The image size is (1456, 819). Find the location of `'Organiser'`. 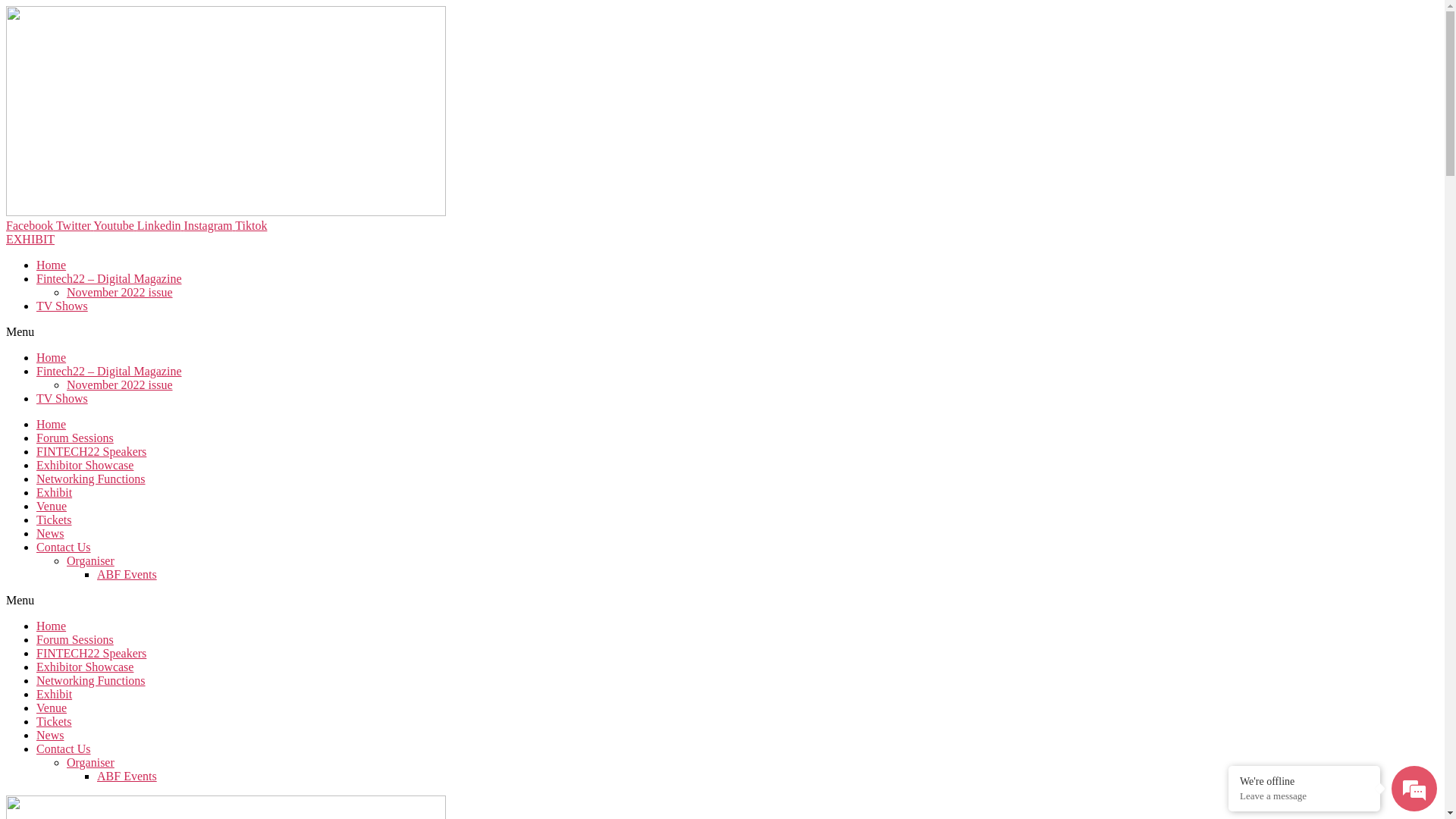

'Organiser' is located at coordinates (89, 560).